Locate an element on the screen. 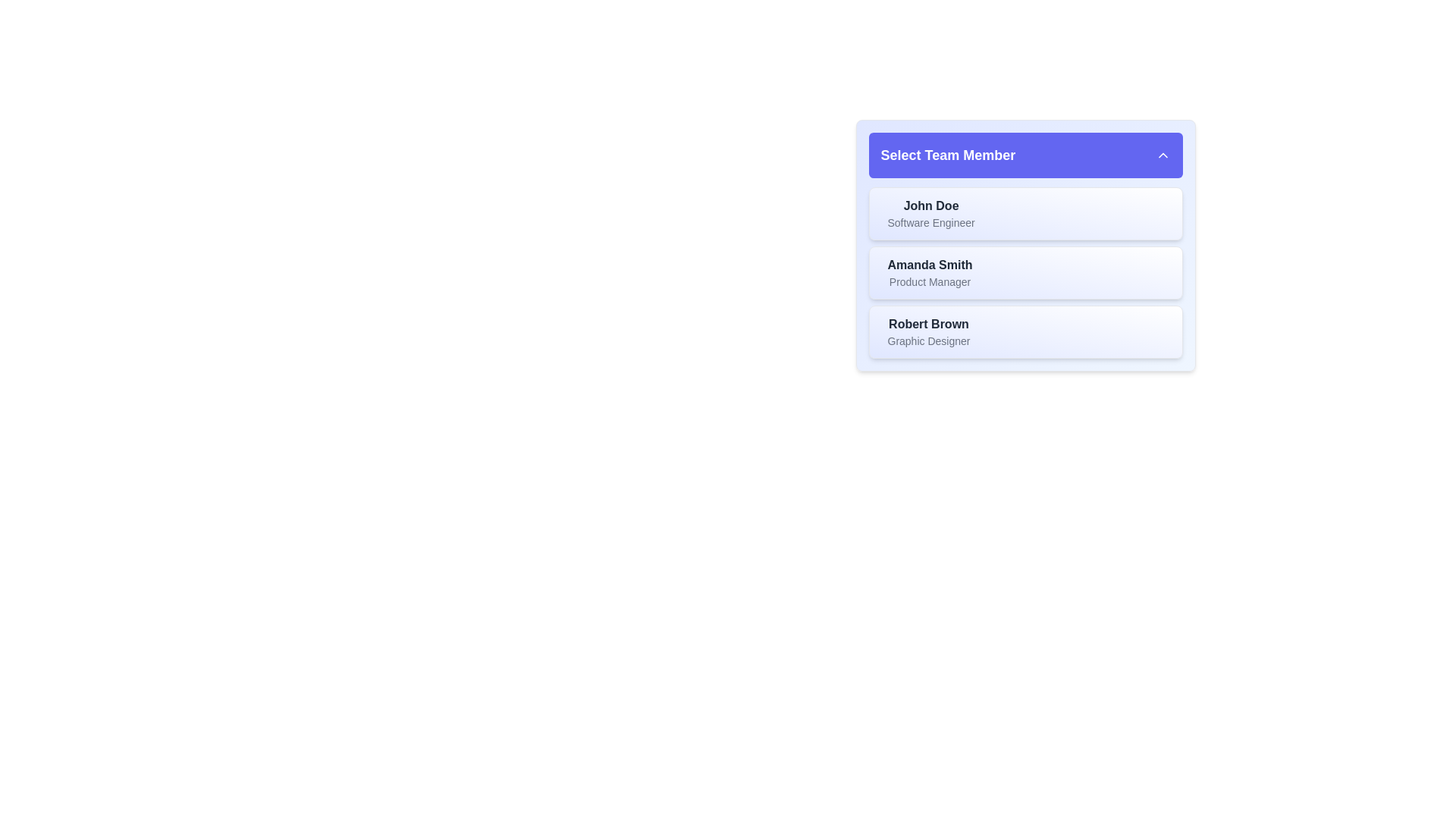 This screenshot has height=819, width=1456. the upward-facing chevron (^) icon located at the far right of the 'Select Team Member' purple header to interact with the menu is located at coordinates (1162, 155).